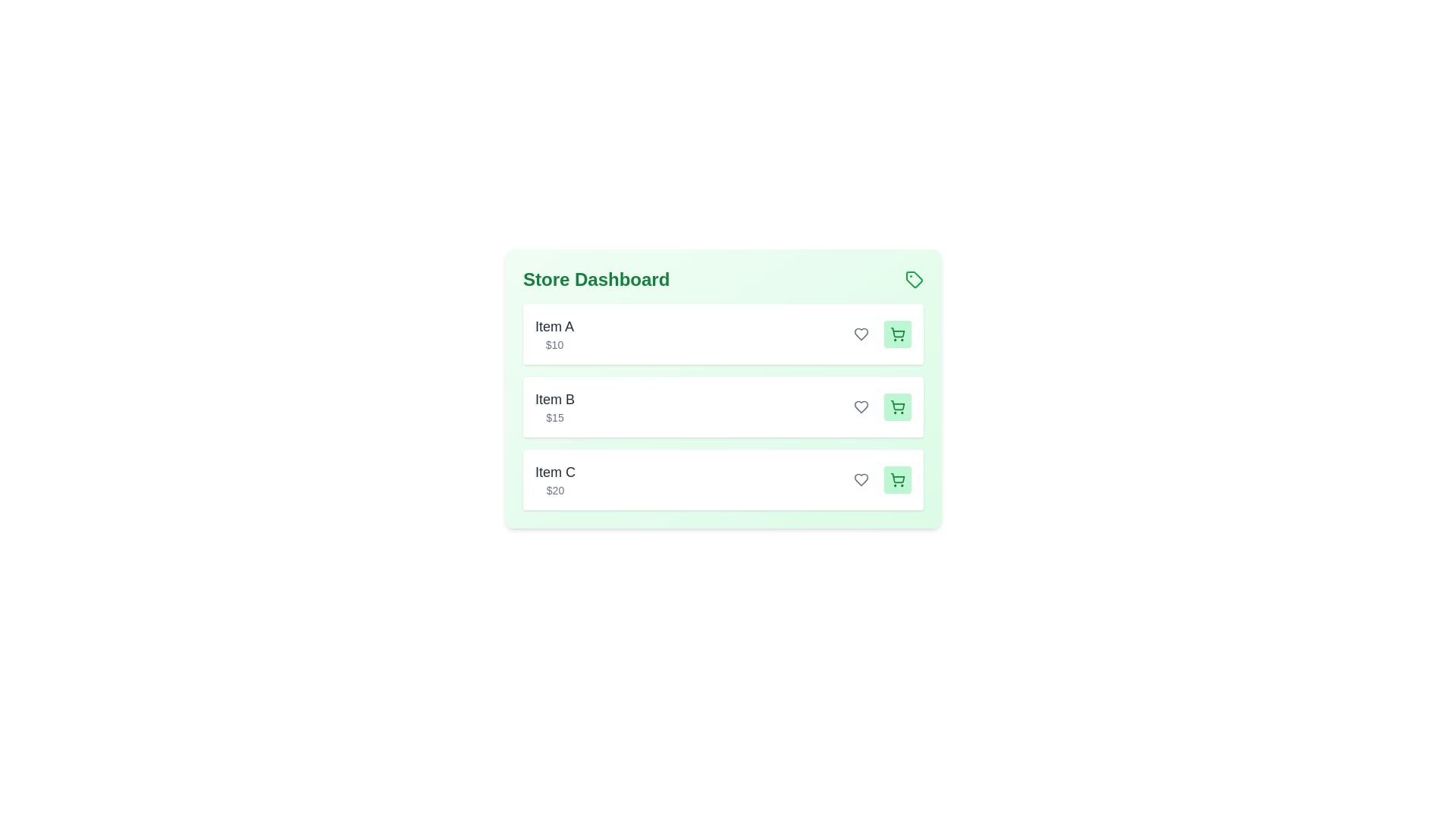 The width and height of the screenshot is (1456, 819). Describe the element at coordinates (913, 280) in the screenshot. I see `the tag icon located at the far-right of the header row labeled 'Store Dashboard', which visually represents a categorization or label feature` at that location.